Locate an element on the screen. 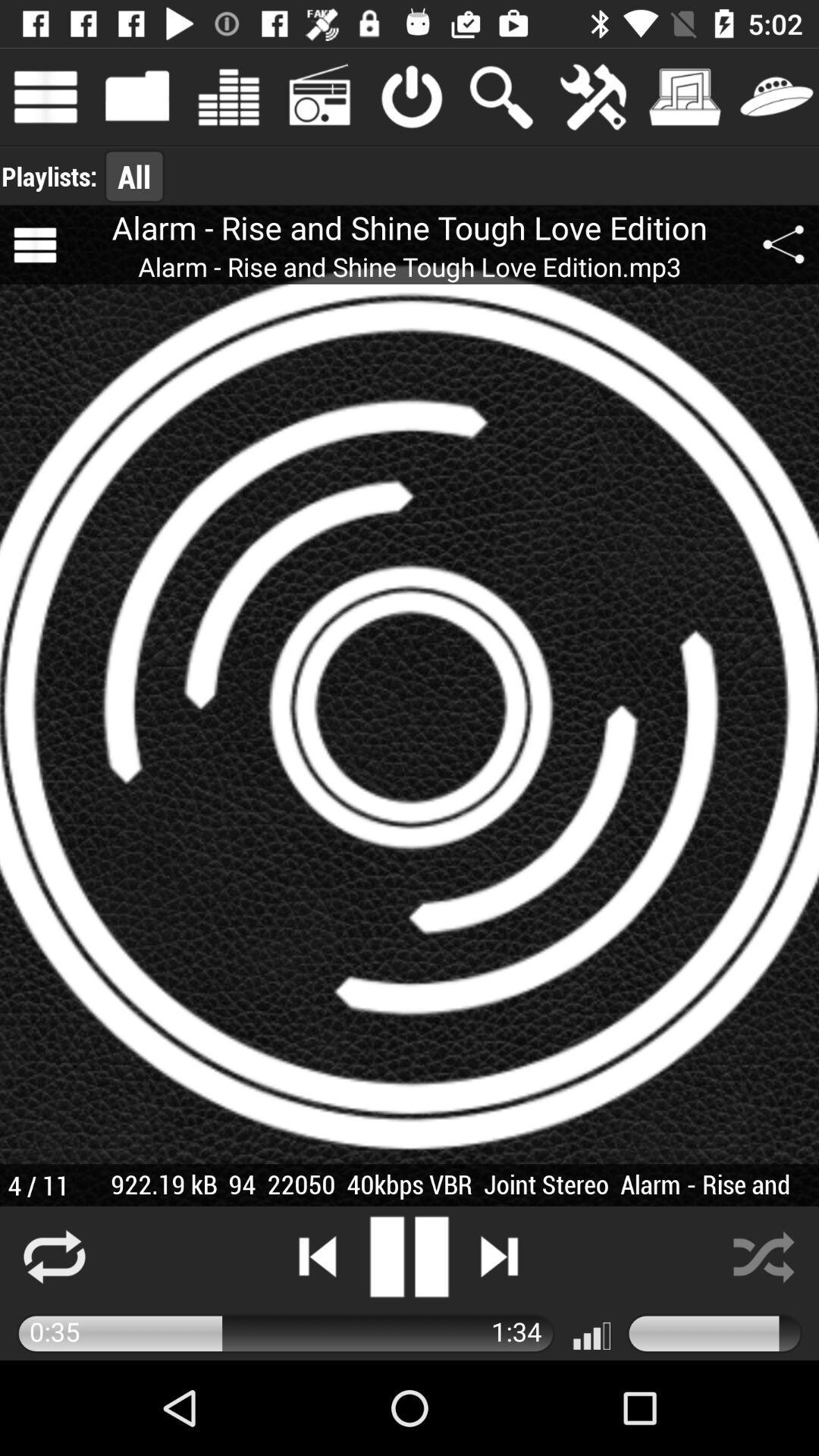 This screenshot has height=1456, width=819. icon above 922 19 kb app is located at coordinates (783, 245).